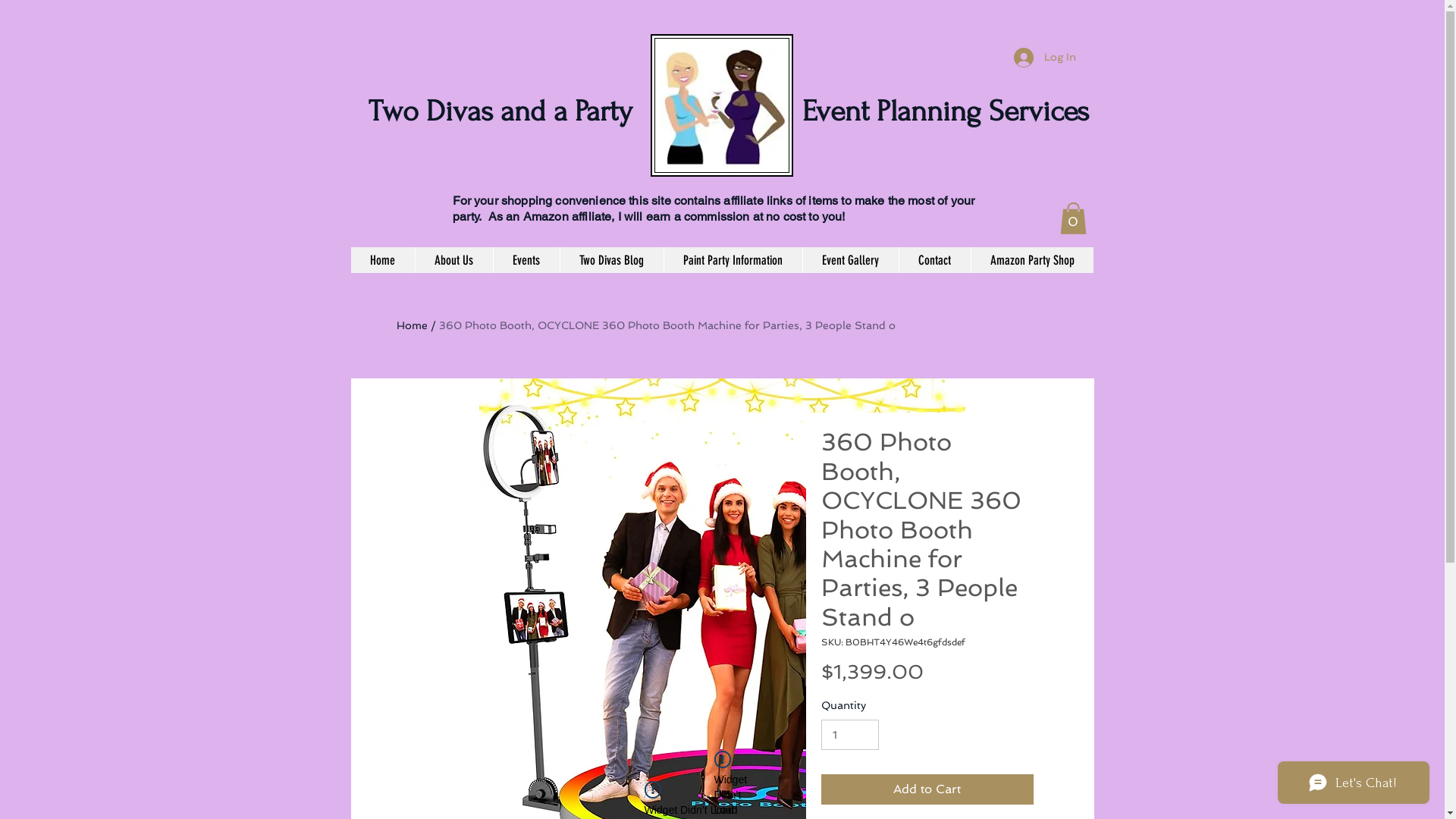 The height and width of the screenshot is (819, 1456). What do you see at coordinates (850, 259) in the screenshot?
I see `'Event Gallery'` at bounding box center [850, 259].